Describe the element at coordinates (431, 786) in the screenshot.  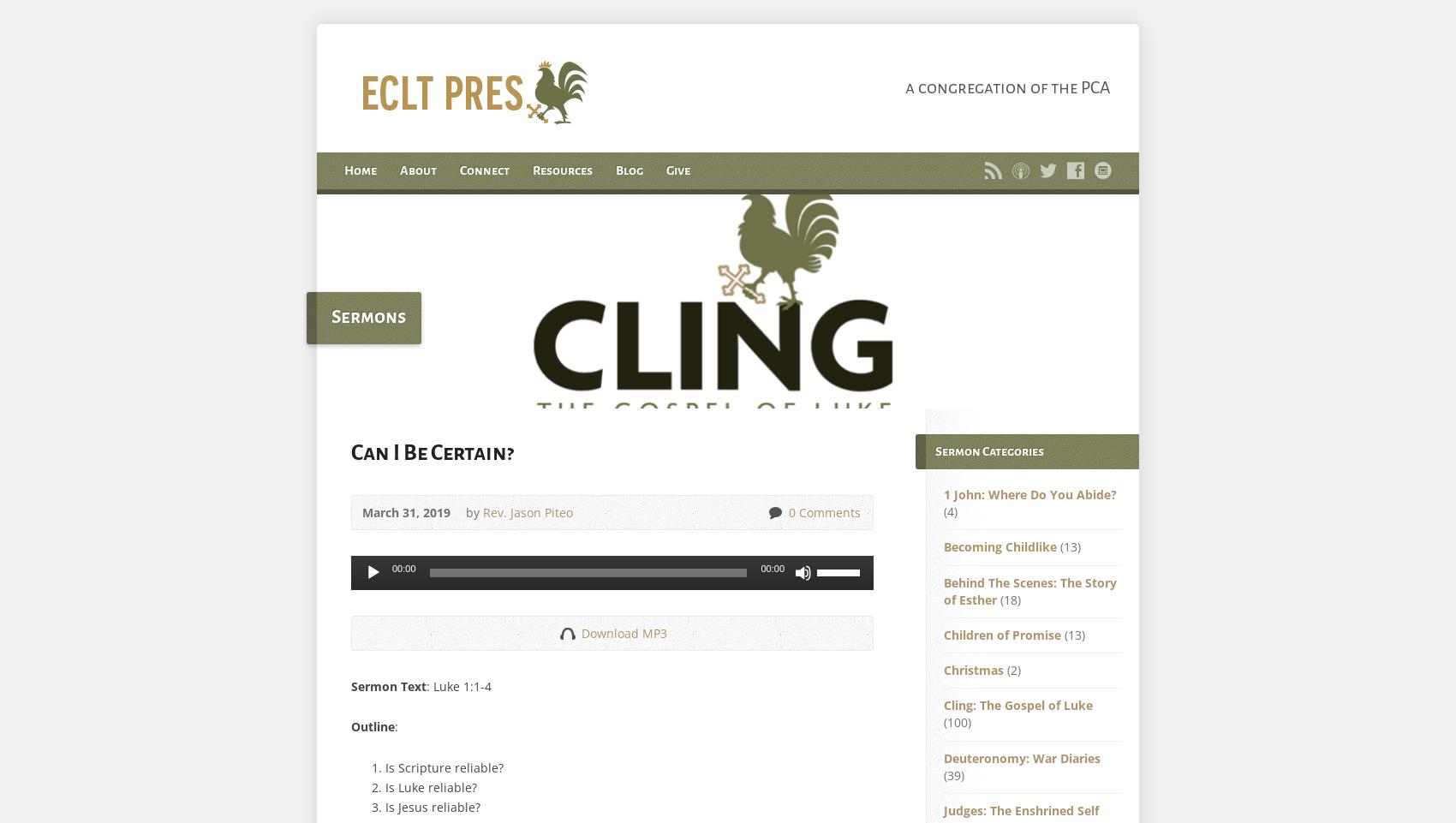
I see `'Is Luke reliable?'` at that location.